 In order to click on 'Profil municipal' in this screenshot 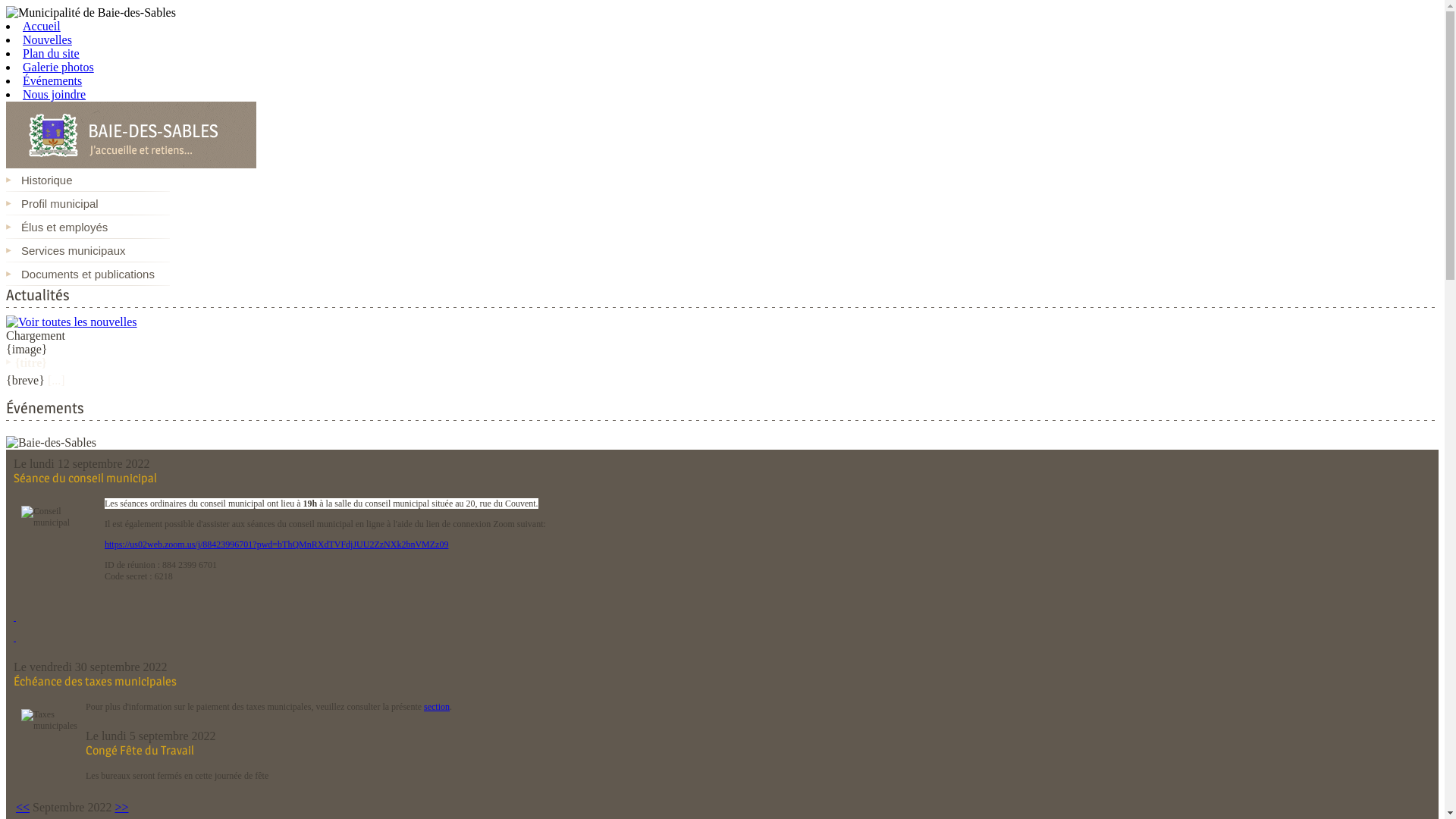, I will do `click(86, 202)`.